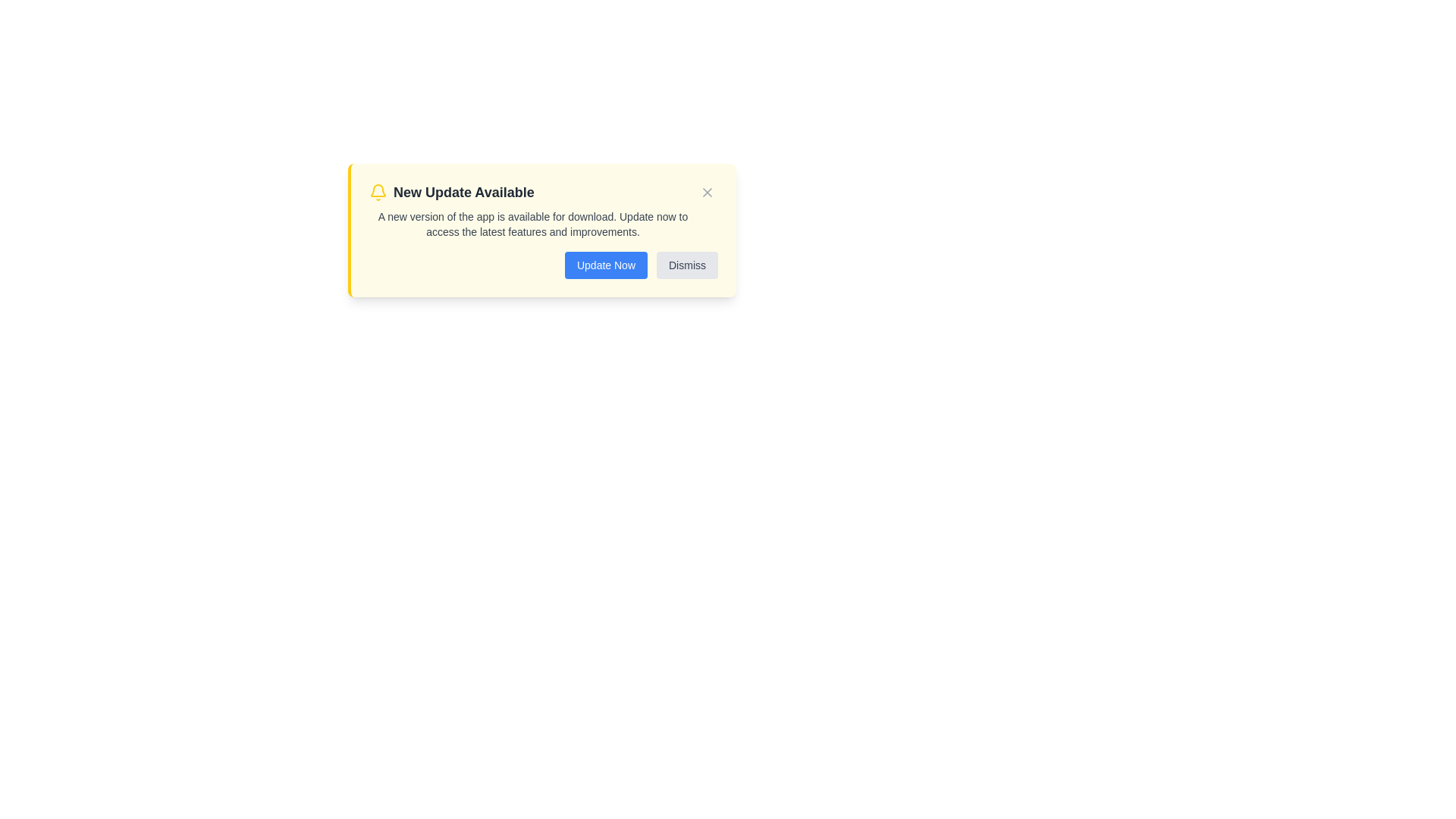 Image resolution: width=1456 pixels, height=819 pixels. Describe the element at coordinates (706, 192) in the screenshot. I see `the close button located at its center` at that location.